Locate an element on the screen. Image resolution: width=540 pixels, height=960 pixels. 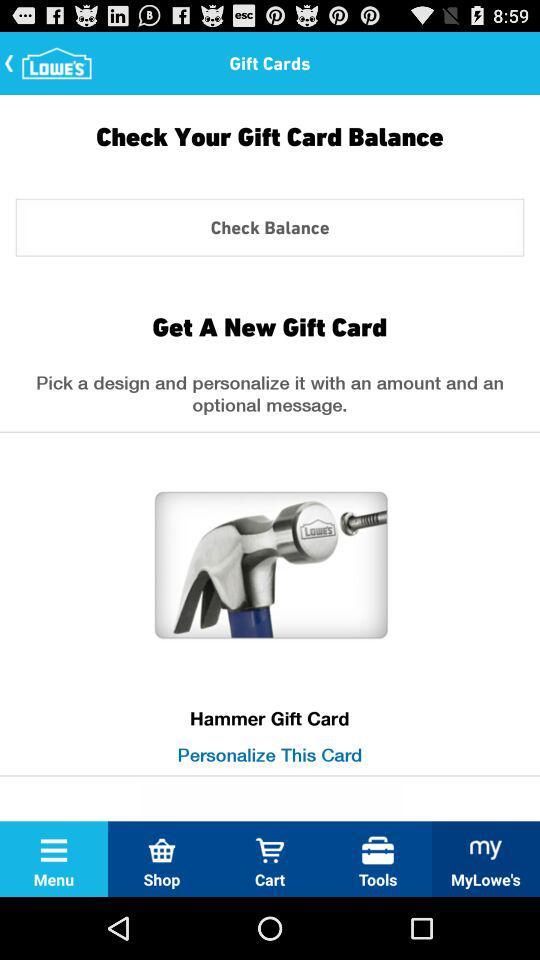
the check your gift item is located at coordinates (270, 150).